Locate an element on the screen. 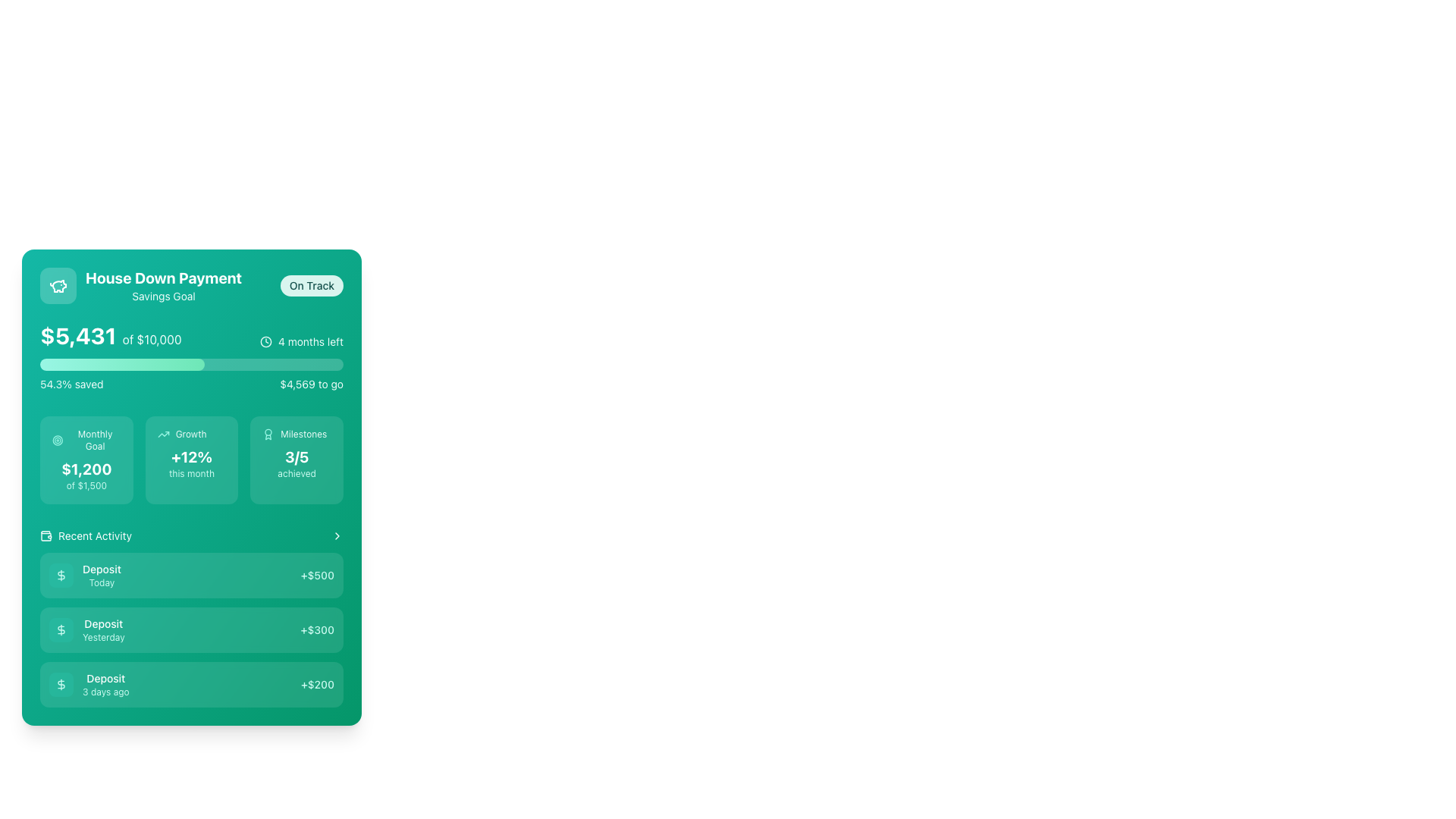  the 'Deposit' text display in the 'Recent Activity' section, which shows 'Deposit' in white bold text and '3 days ago' in smaller teal text, aligned left is located at coordinates (105, 684).